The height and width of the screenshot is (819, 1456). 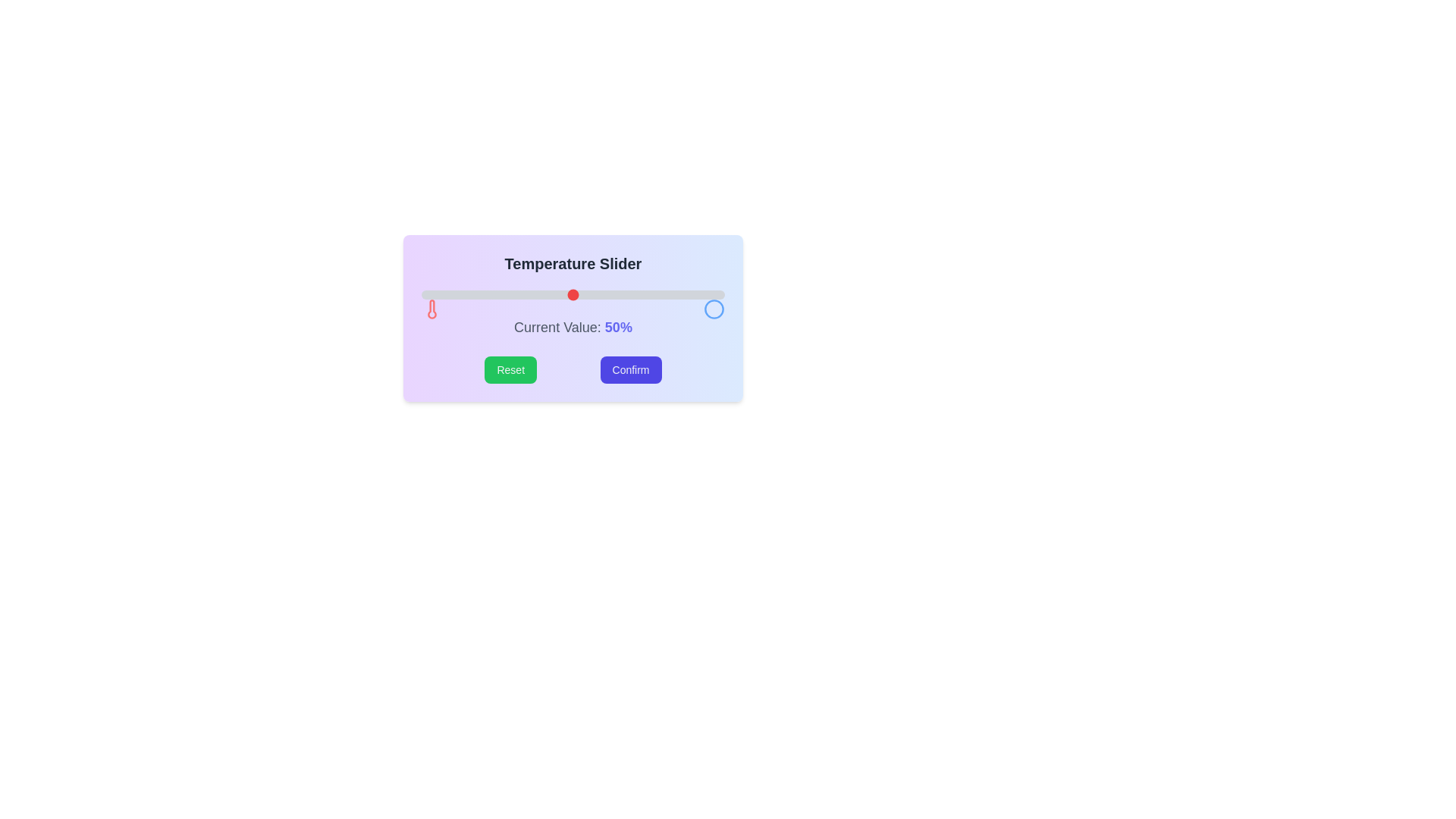 What do you see at coordinates (521, 295) in the screenshot?
I see `the slider to set the value to 33` at bounding box center [521, 295].